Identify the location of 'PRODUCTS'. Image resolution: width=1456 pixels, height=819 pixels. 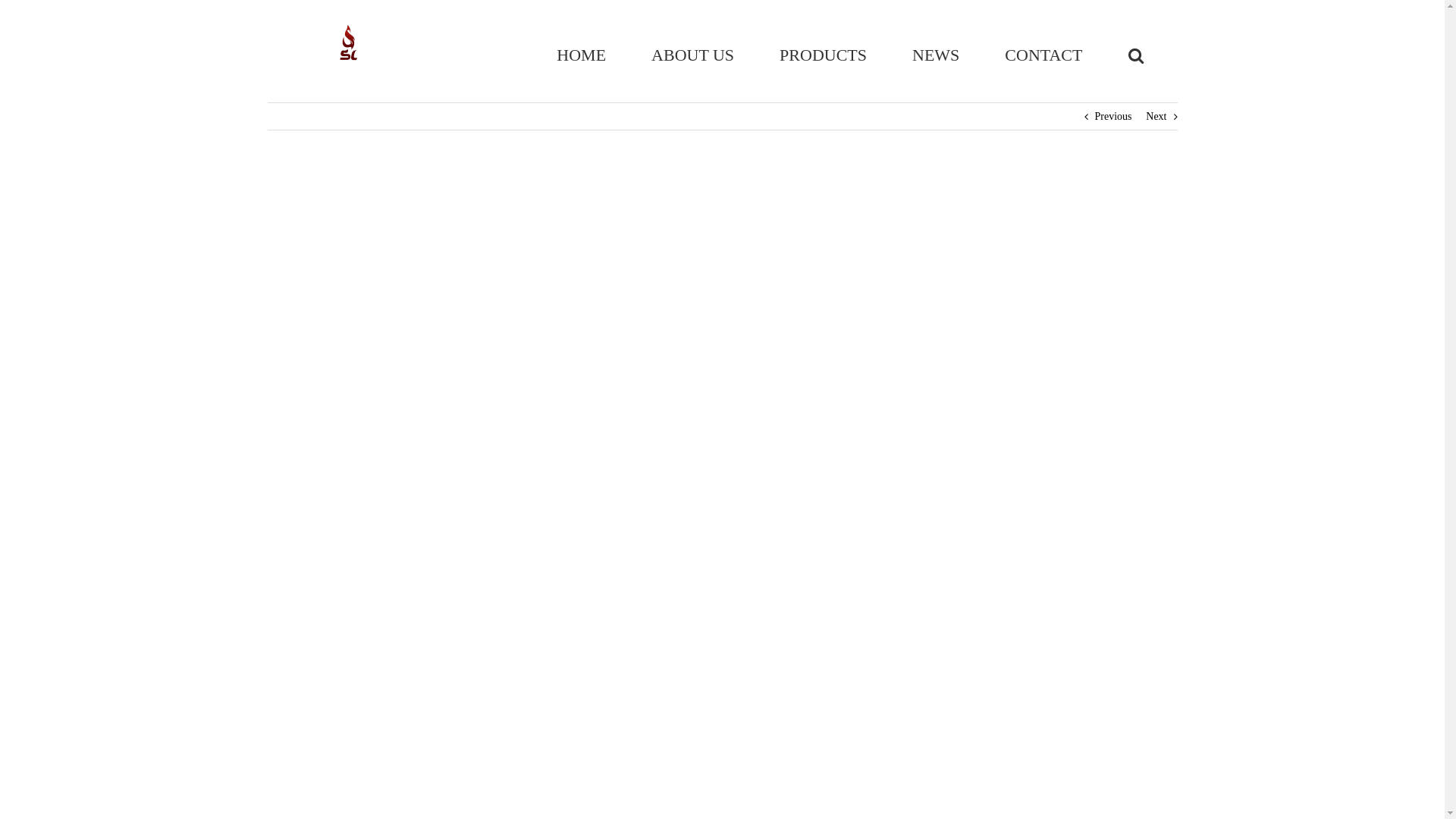
(822, 55).